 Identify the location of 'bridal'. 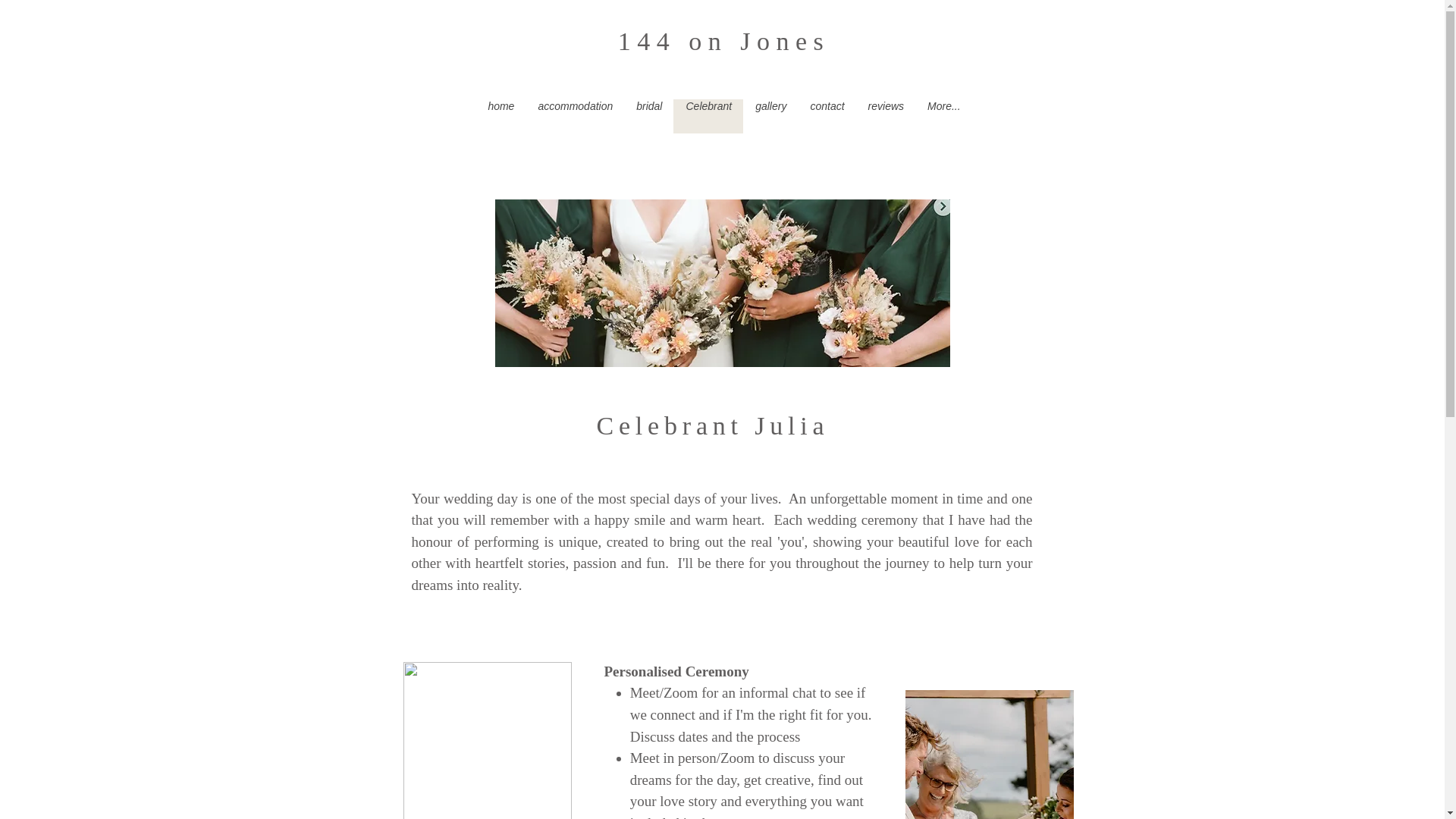
(648, 115).